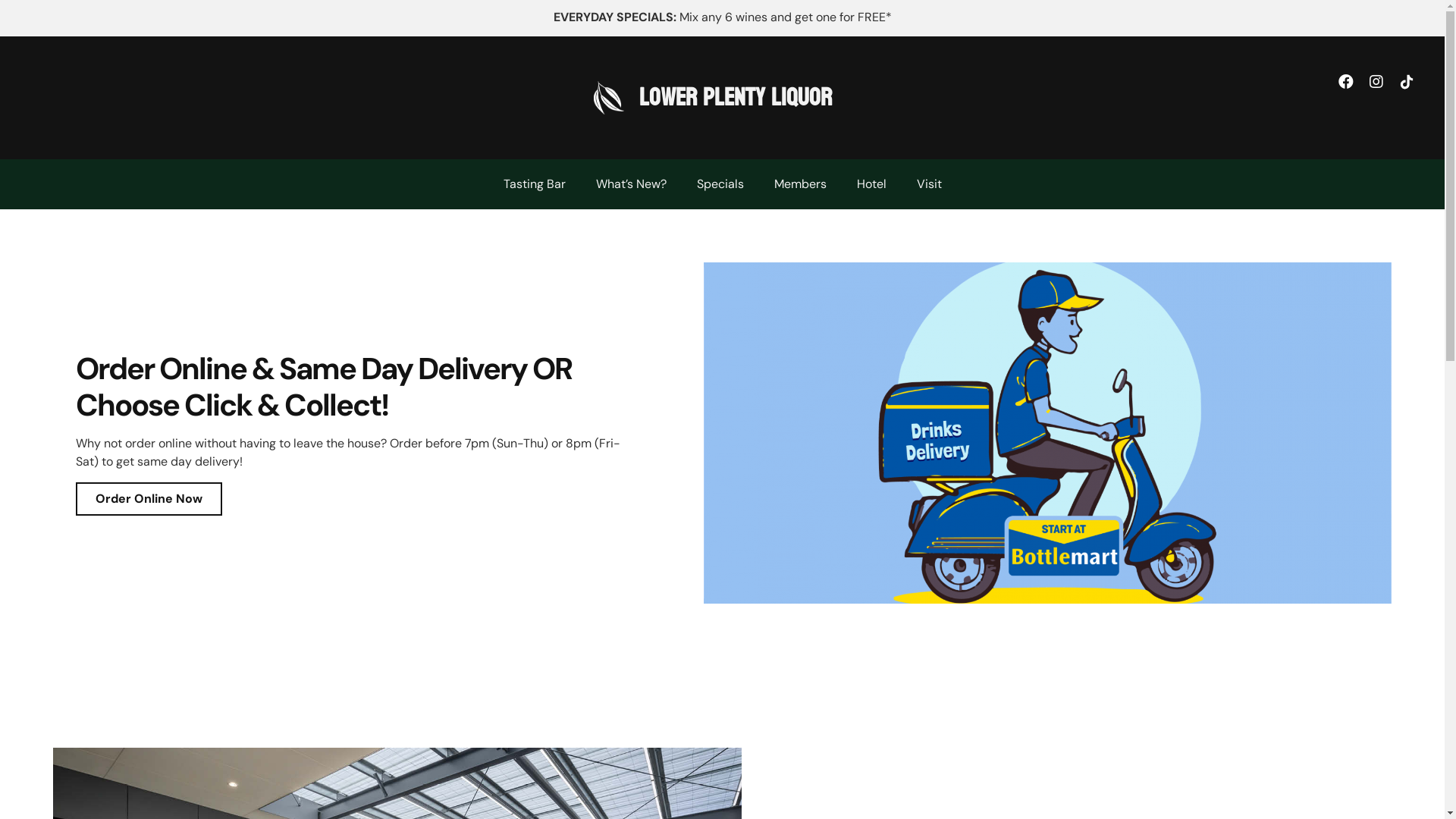 This screenshot has width=1456, height=819. What do you see at coordinates (758, 184) in the screenshot?
I see `'Members'` at bounding box center [758, 184].